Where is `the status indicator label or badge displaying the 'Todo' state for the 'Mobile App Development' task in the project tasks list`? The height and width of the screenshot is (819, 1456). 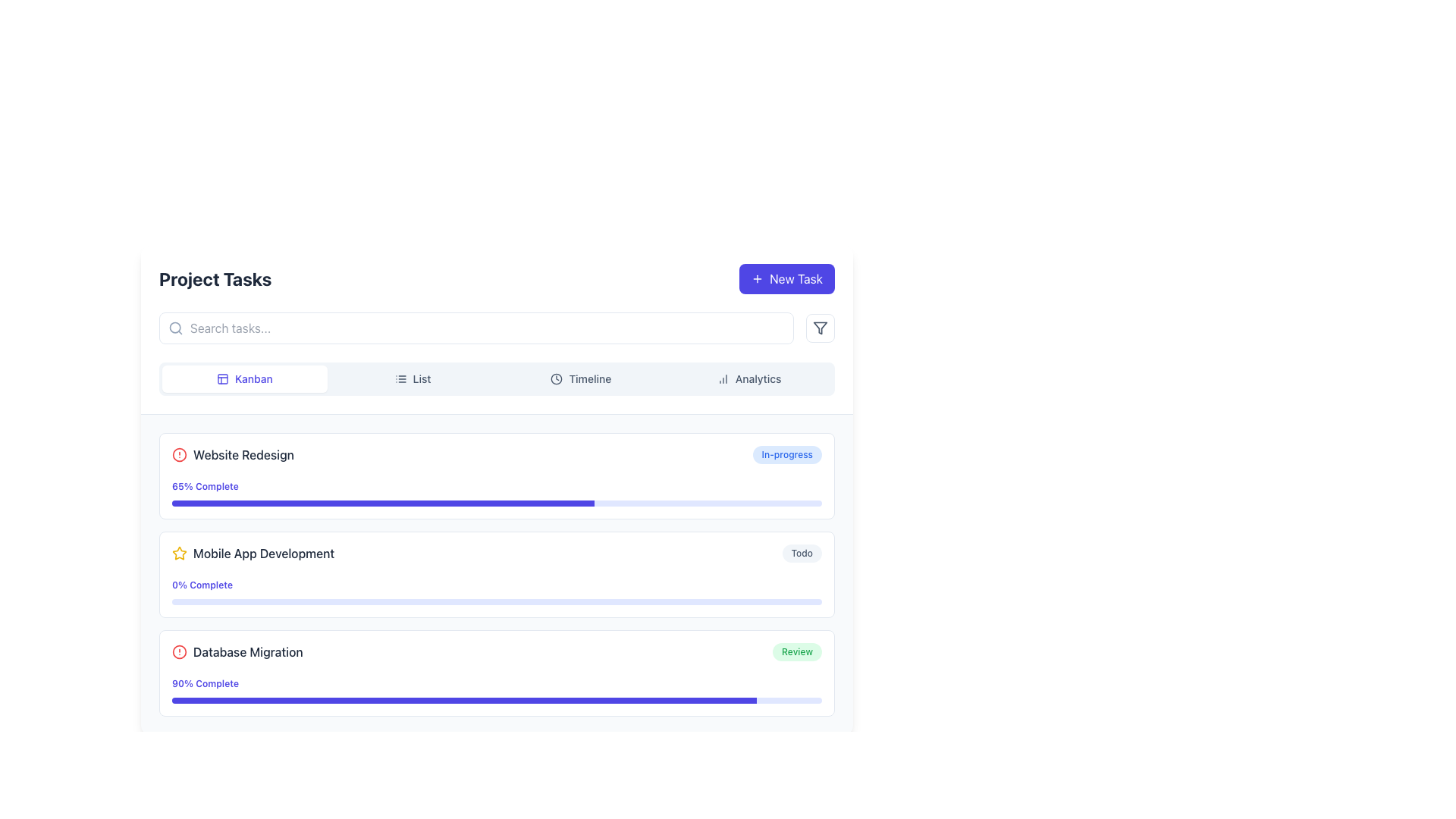
the status indicator label or badge displaying the 'Todo' state for the 'Mobile App Development' task in the project tasks list is located at coordinates (801, 553).